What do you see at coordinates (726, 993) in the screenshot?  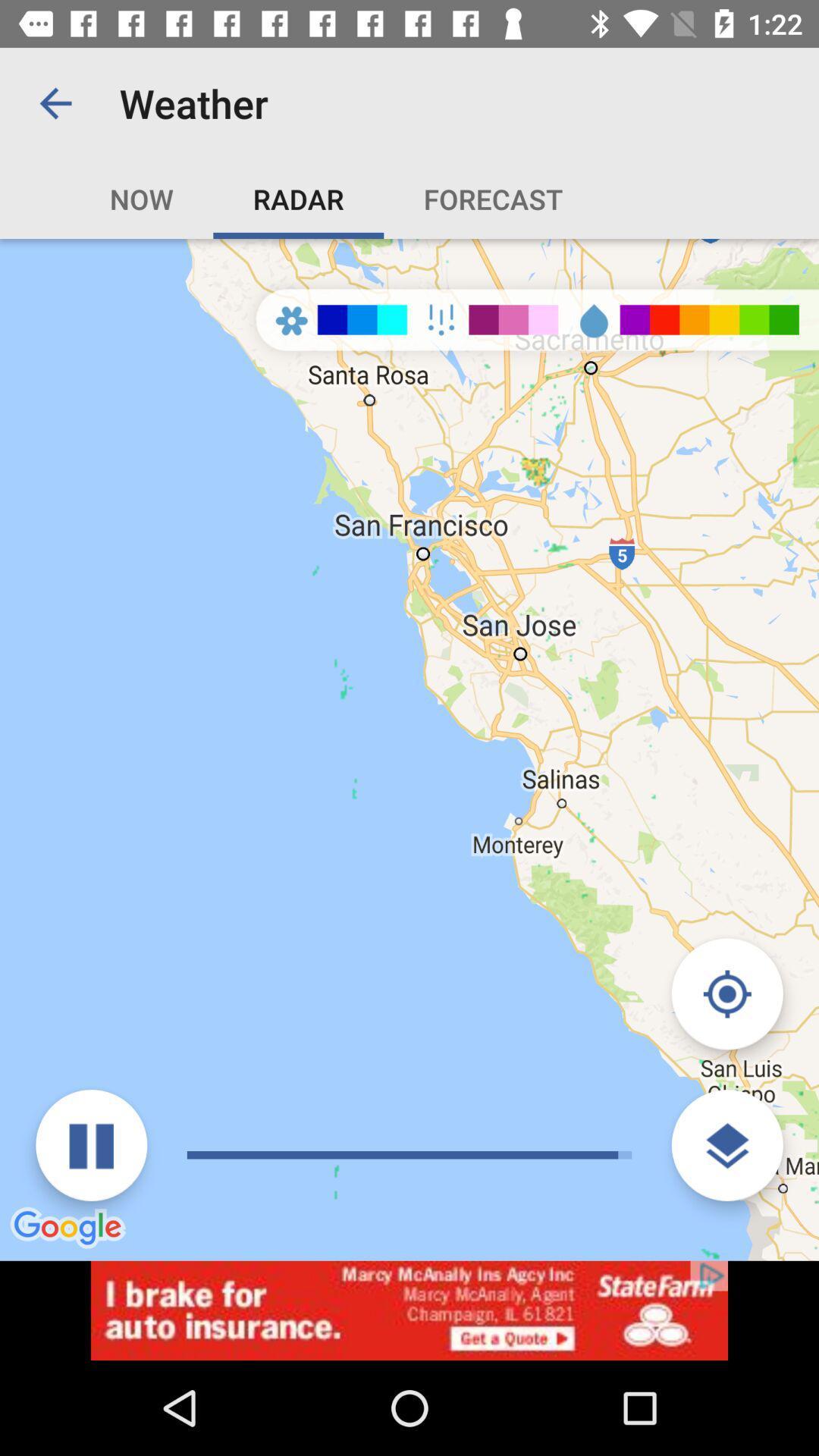 I see `click navigate` at bounding box center [726, 993].